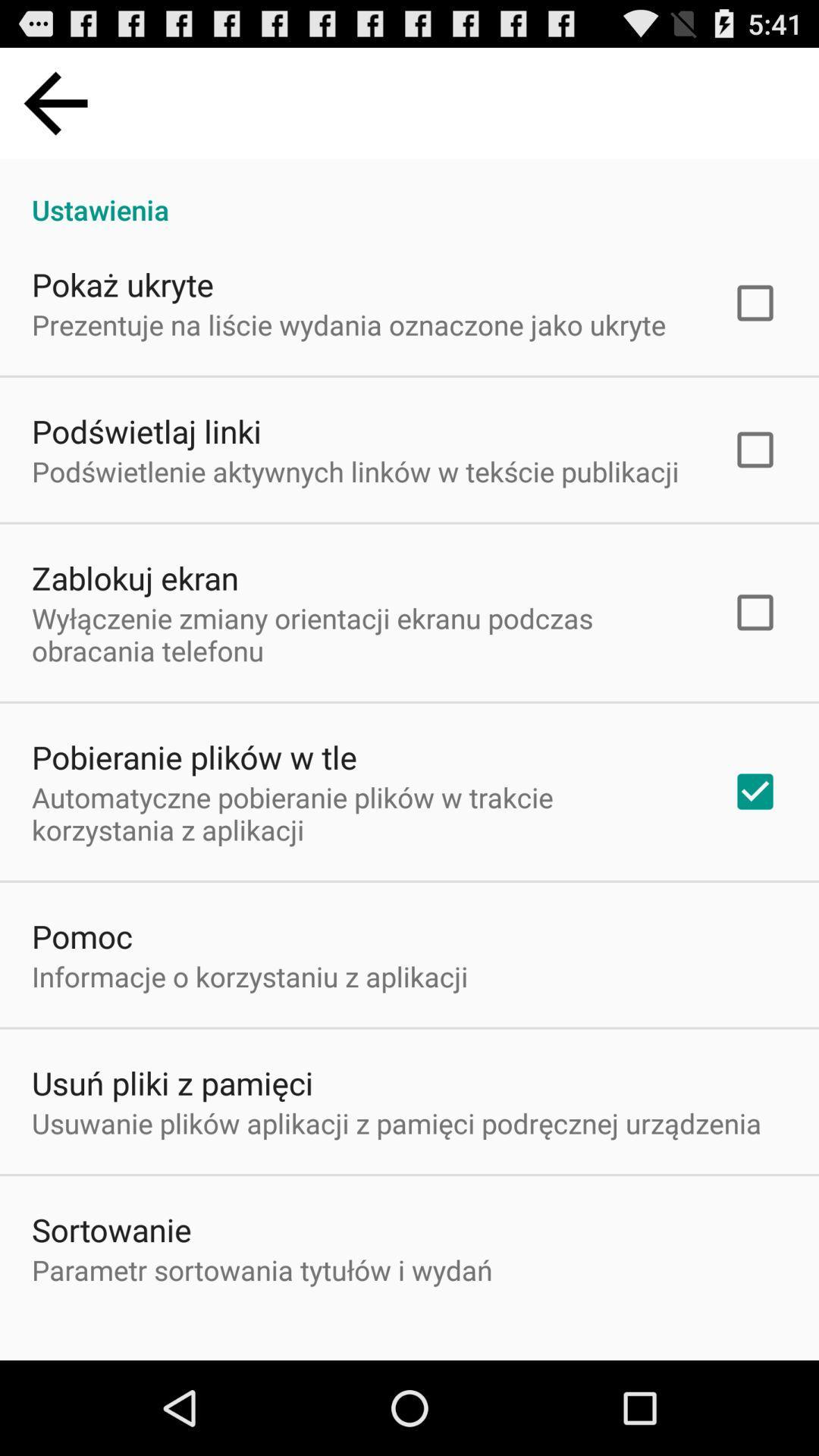 Image resolution: width=819 pixels, height=1456 pixels. Describe the element at coordinates (134, 577) in the screenshot. I see `the zablokuj ekran item` at that location.